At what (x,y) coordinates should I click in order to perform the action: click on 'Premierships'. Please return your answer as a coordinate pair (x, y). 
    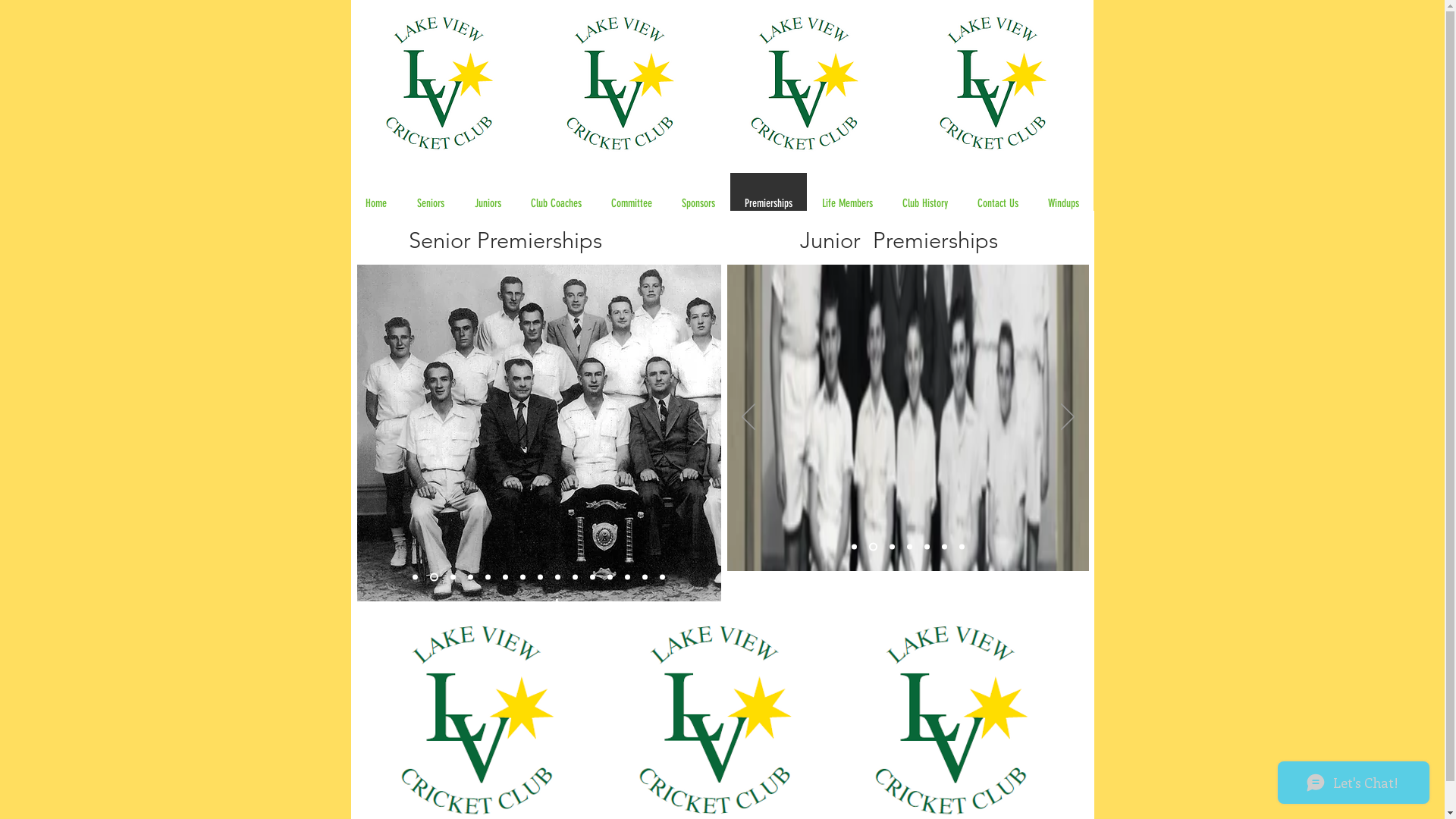
    Looking at the image, I should click on (767, 202).